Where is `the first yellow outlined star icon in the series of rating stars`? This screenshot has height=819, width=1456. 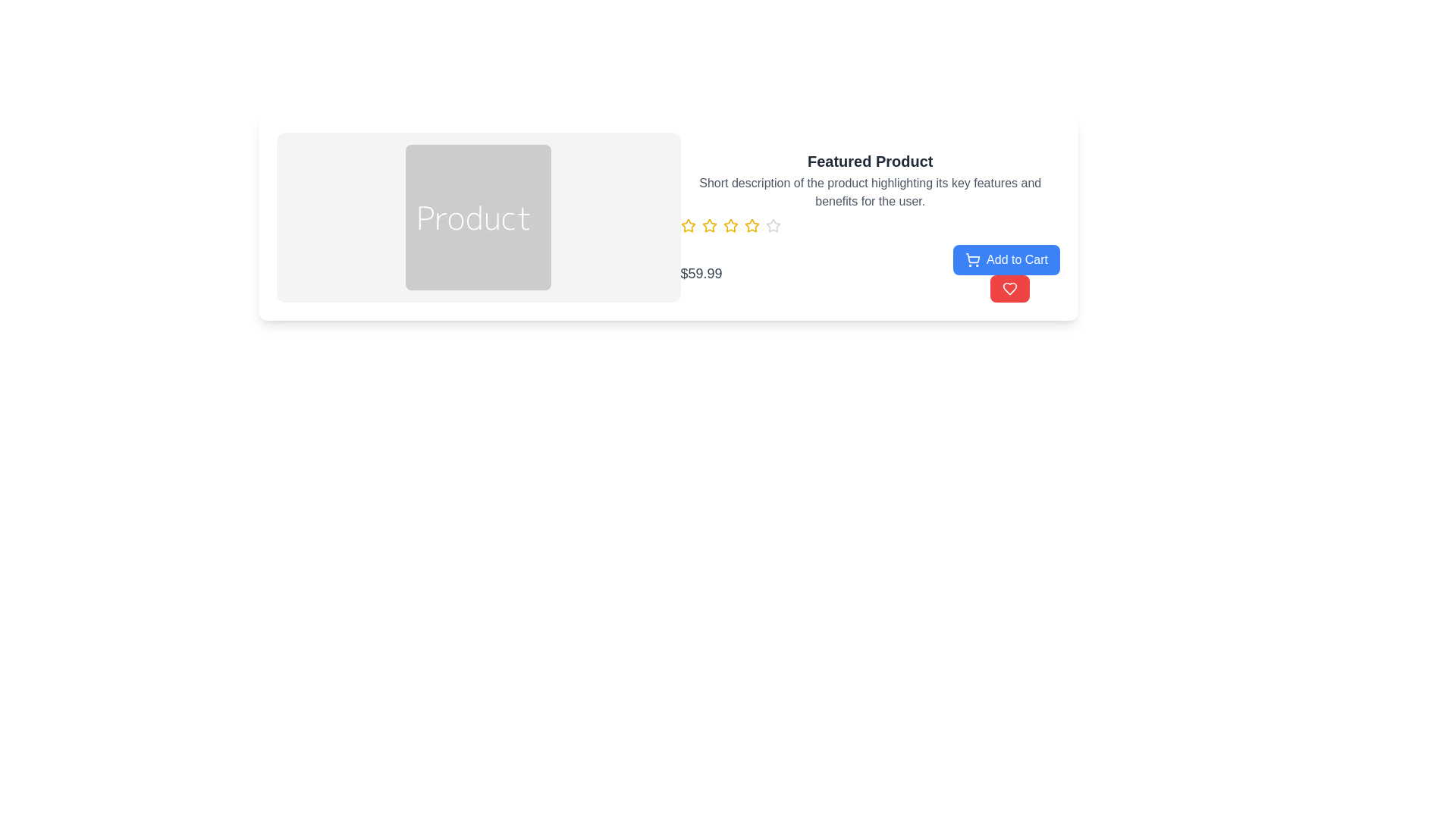 the first yellow outlined star icon in the series of rating stars is located at coordinates (687, 225).